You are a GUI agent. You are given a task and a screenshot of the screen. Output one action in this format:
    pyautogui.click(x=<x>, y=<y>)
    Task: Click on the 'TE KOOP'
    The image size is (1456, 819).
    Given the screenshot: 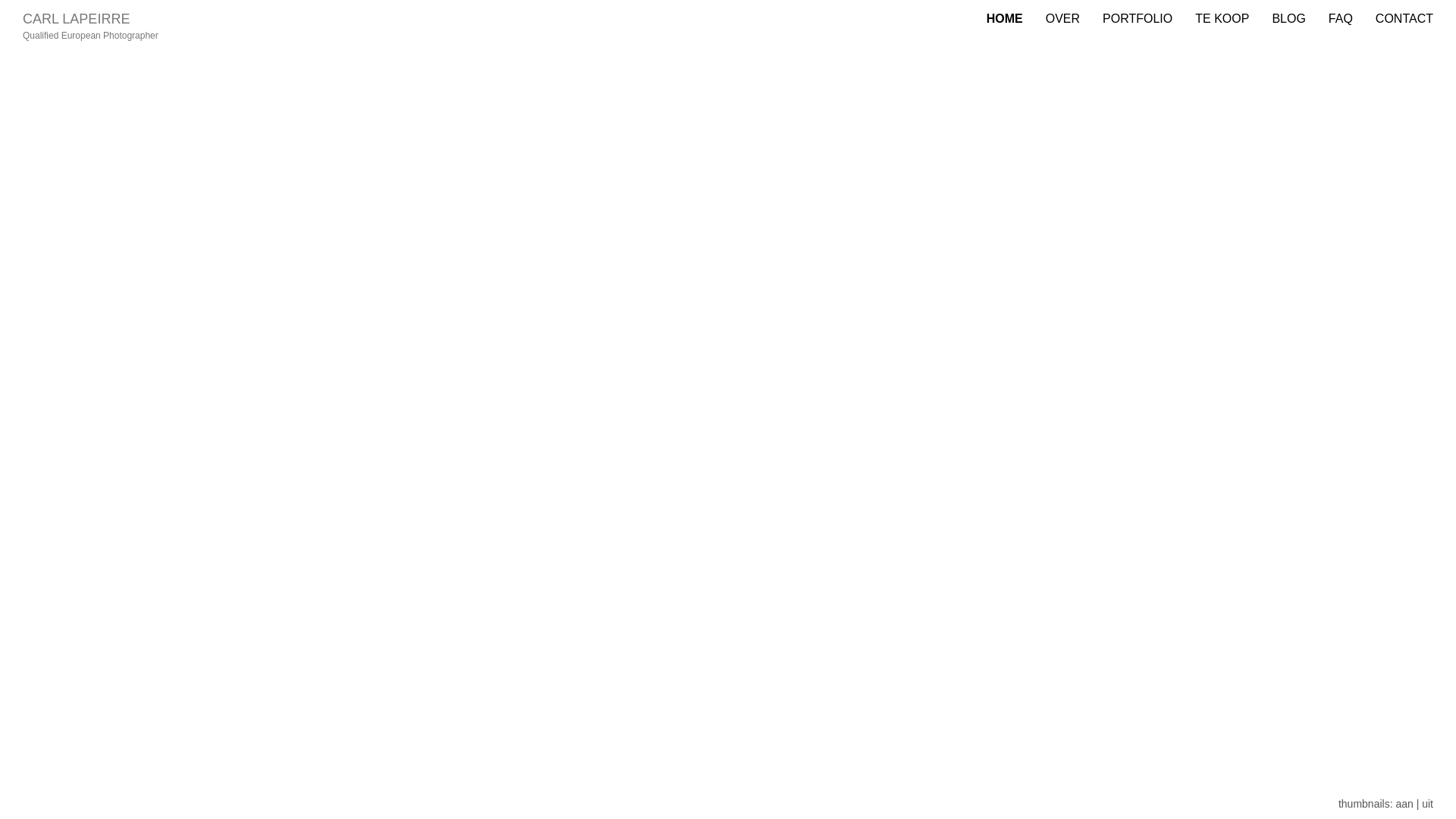 What is the action you would take?
    pyautogui.click(x=1222, y=18)
    